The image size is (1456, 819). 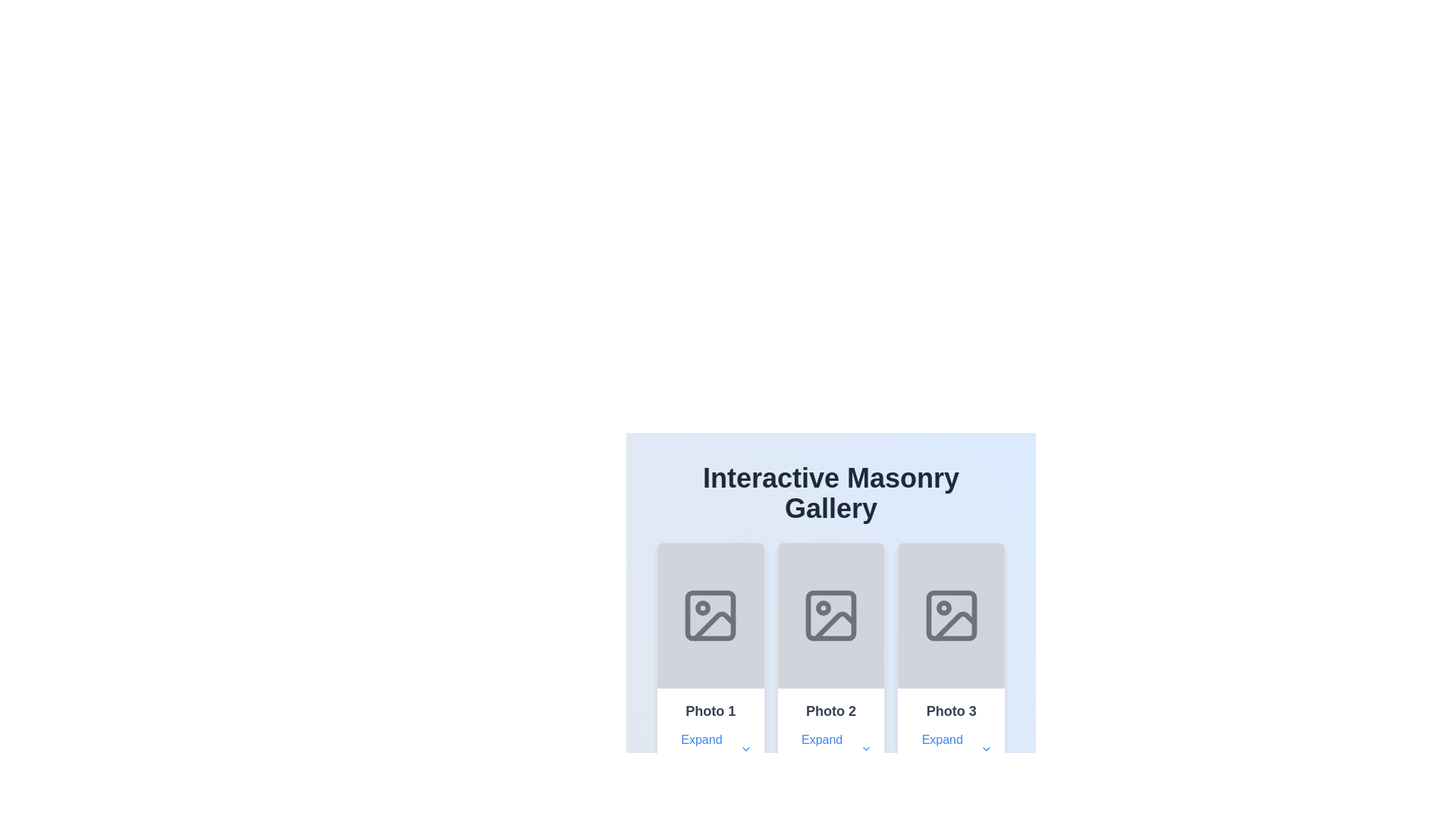 What do you see at coordinates (710, 733) in the screenshot?
I see `the interactive link 'Expand Details' located below the title 'Photo 1' in the first card from the left, which is positioned under the image placeholder` at bounding box center [710, 733].